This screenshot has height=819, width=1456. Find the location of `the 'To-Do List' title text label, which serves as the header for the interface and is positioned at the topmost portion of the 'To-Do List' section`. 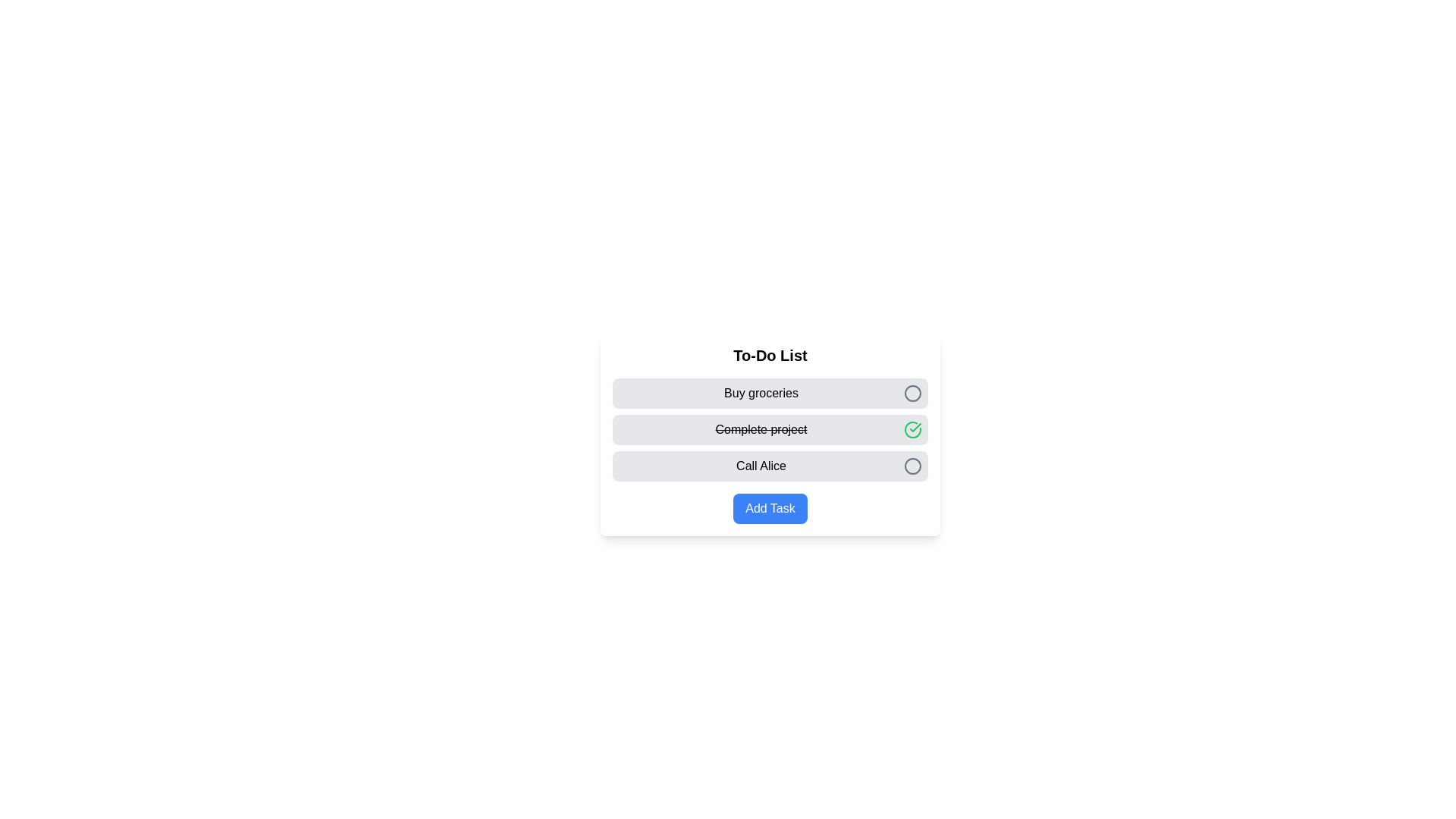

the 'To-Do List' title text label, which serves as the header for the interface and is positioned at the topmost portion of the 'To-Do List' section is located at coordinates (770, 356).